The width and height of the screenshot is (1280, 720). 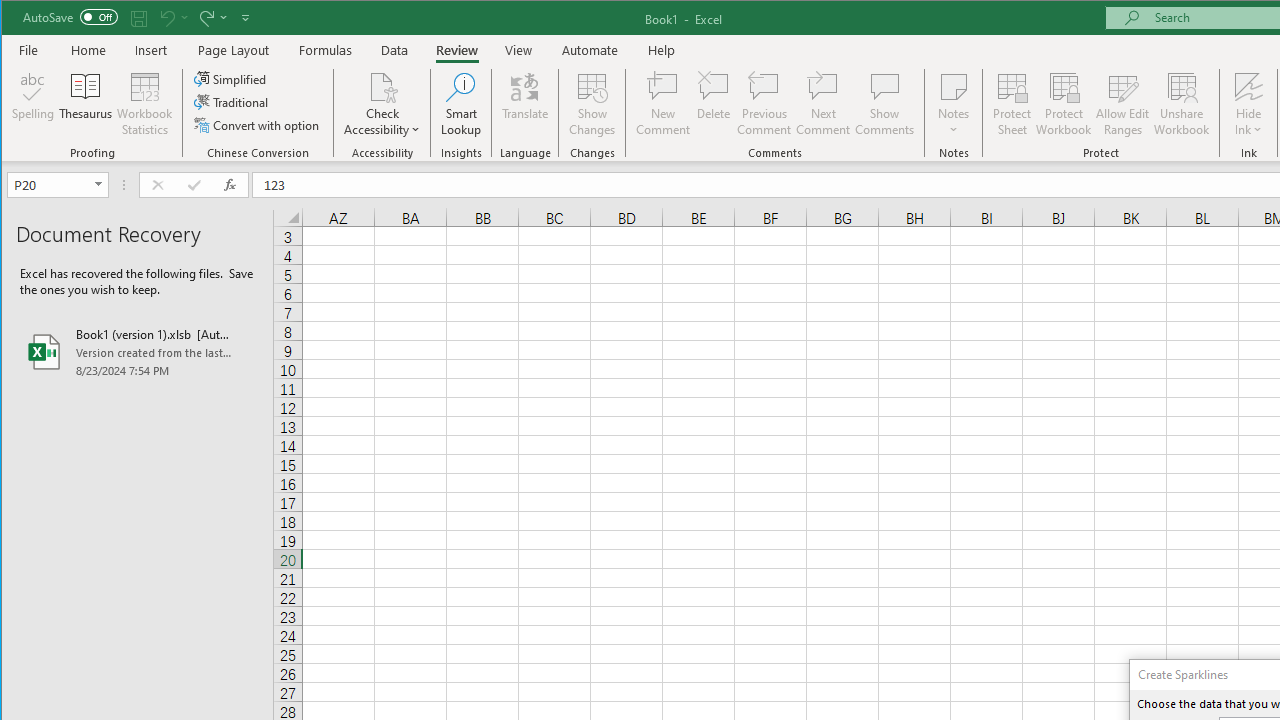 I want to click on 'Automate', so click(x=589, y=49).